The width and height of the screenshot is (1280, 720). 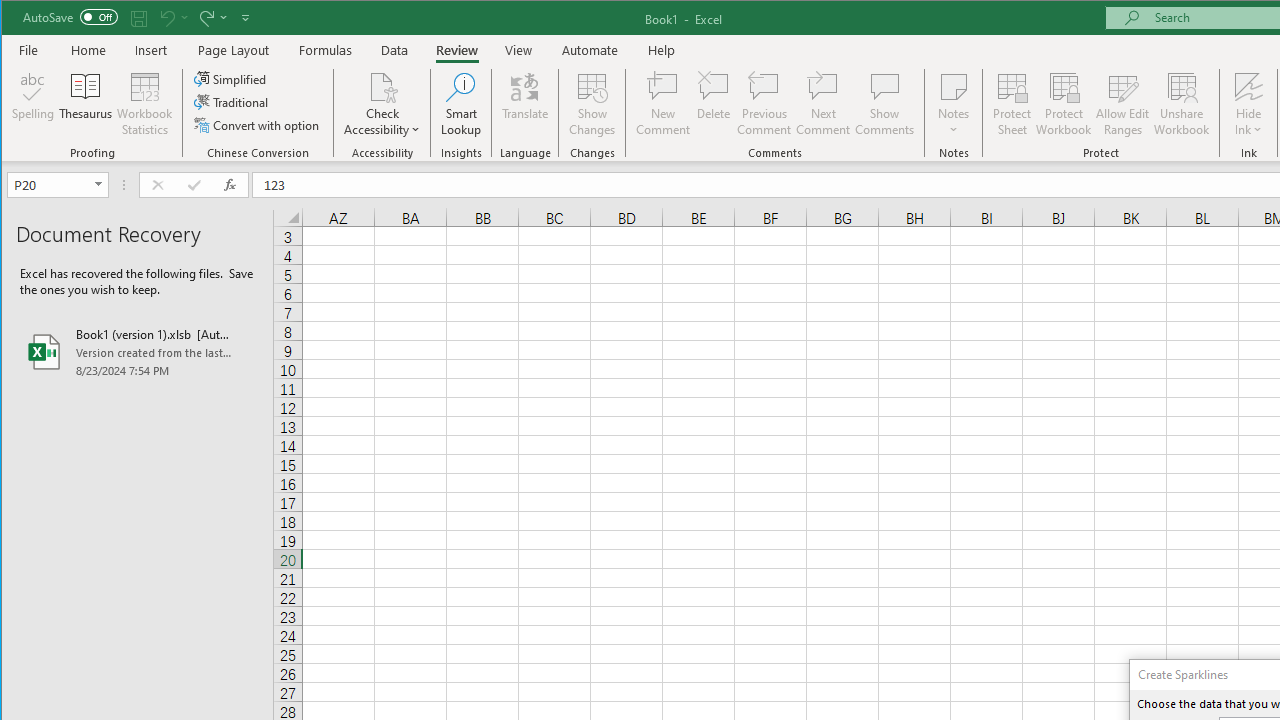 I want to click on 'Automate', so click(x=589, y=49).